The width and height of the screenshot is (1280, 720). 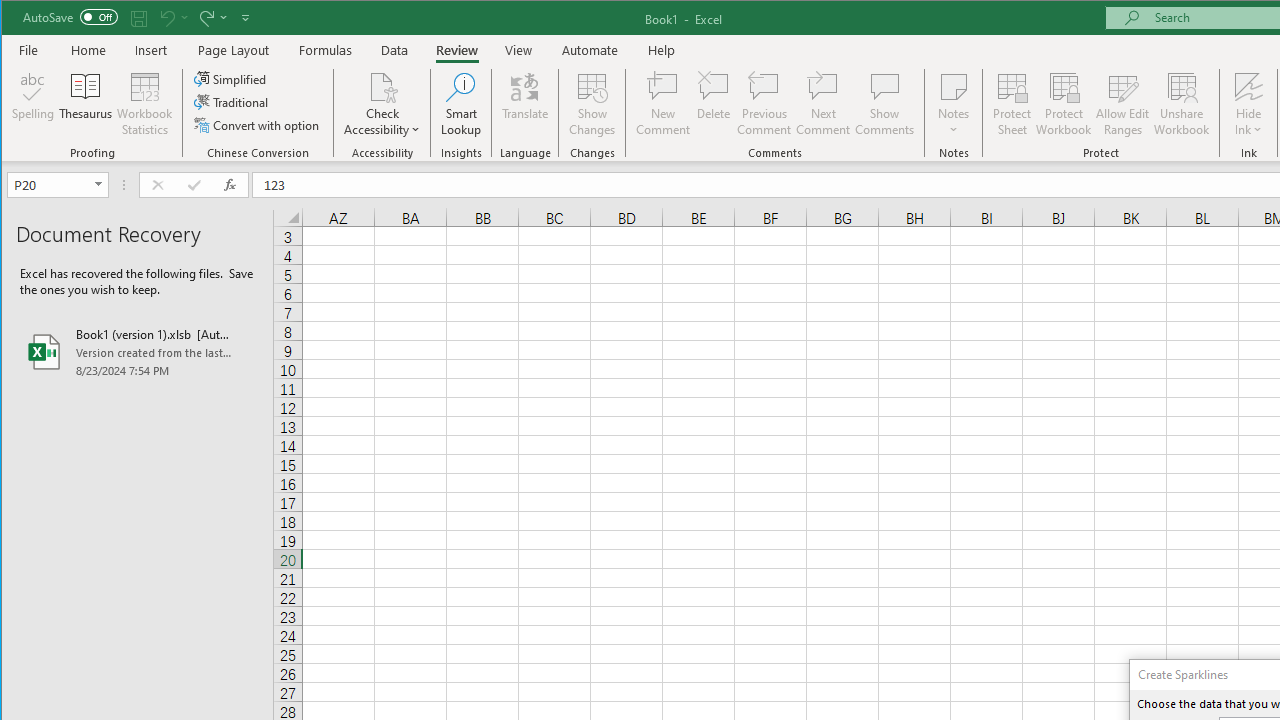 I want to click on 'Automate', so click(x=589, y=49).